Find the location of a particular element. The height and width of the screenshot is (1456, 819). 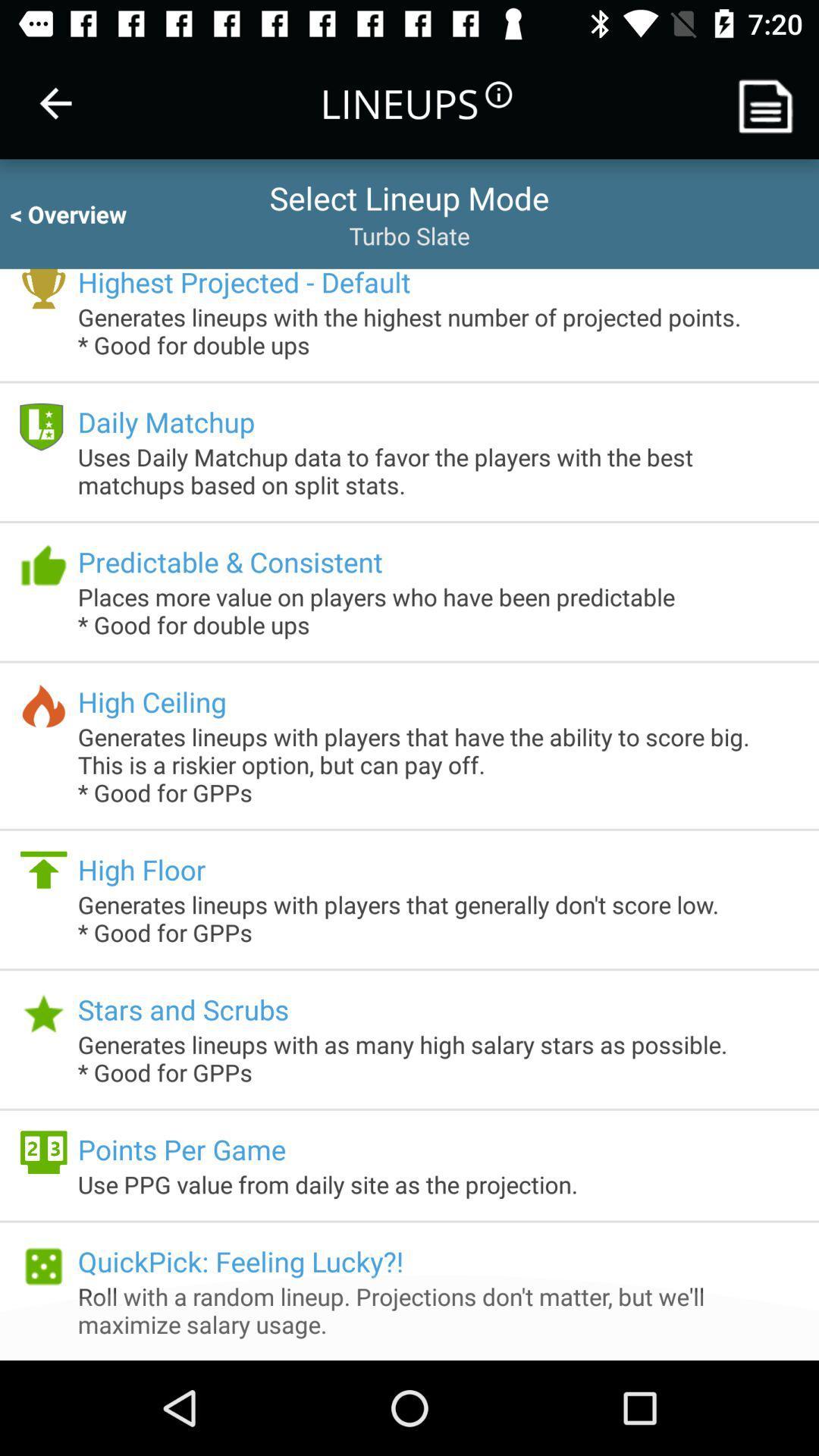

sorting is located at coordinates (771, 102).